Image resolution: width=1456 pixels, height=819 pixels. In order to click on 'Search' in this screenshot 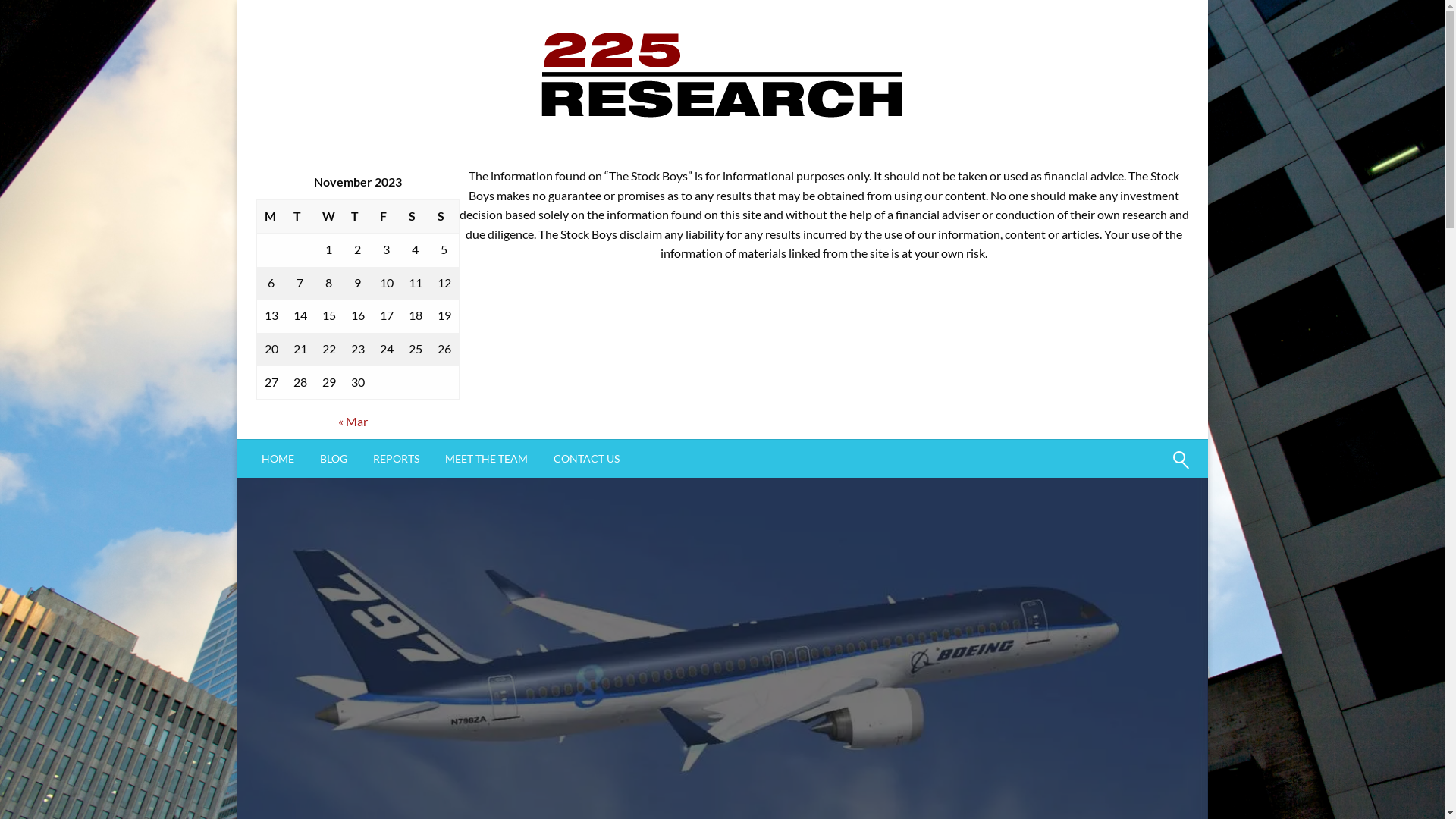, I will do `click(1144, 468)`.